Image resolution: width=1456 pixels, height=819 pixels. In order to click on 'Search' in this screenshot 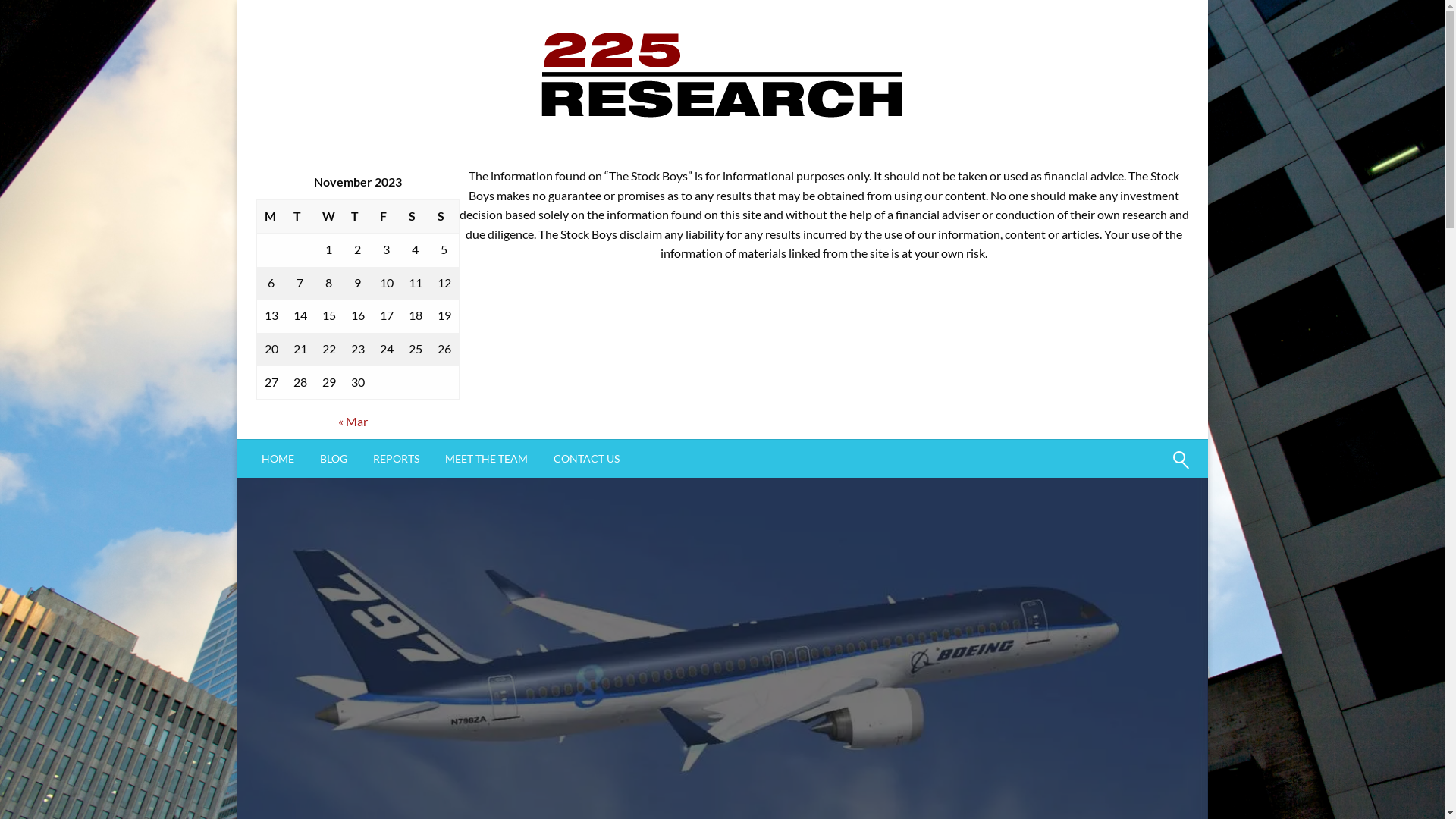, I will do `click(1144, 468)`.